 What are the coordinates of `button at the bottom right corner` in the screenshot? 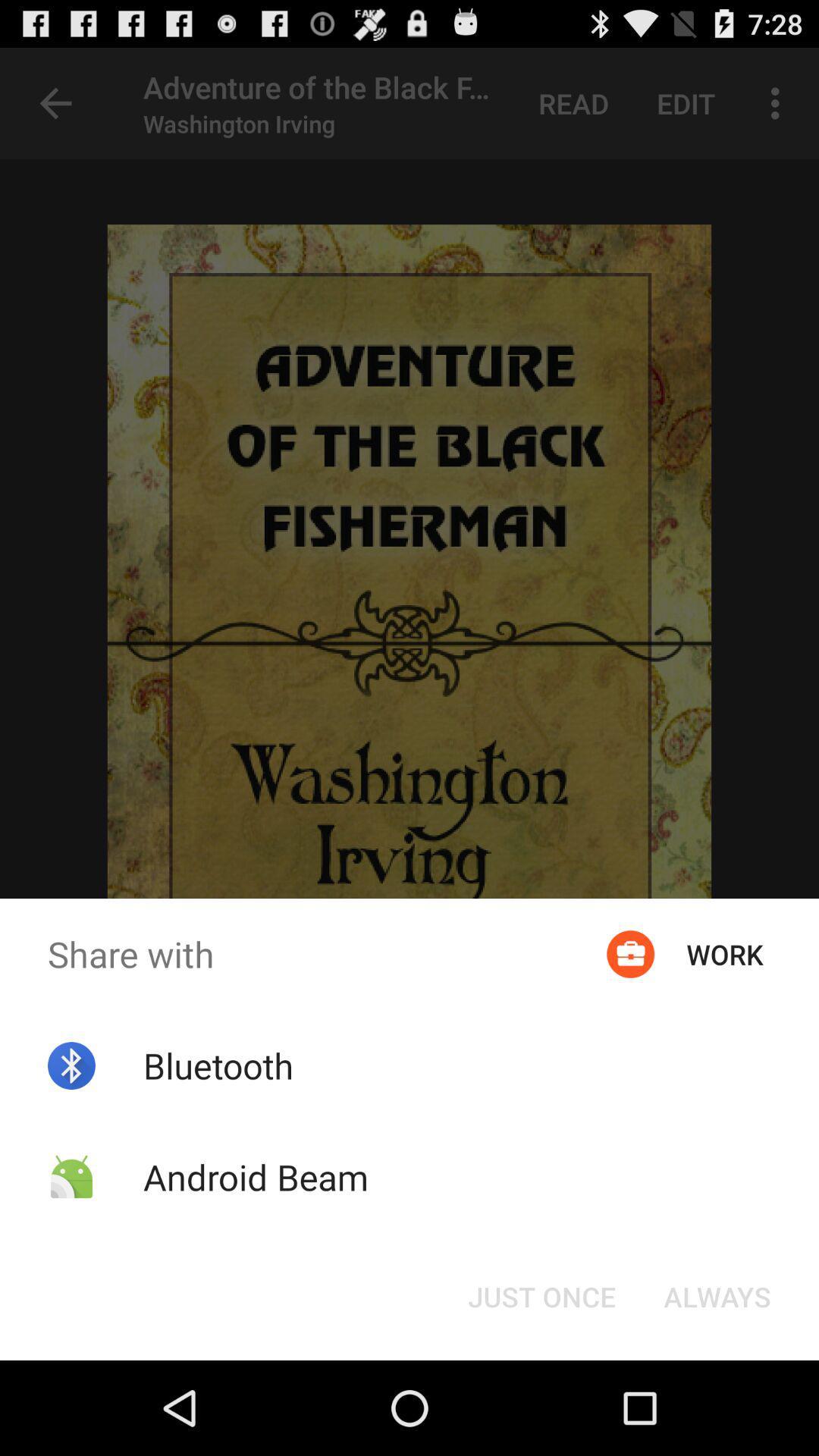 It's located at (717, 1295).